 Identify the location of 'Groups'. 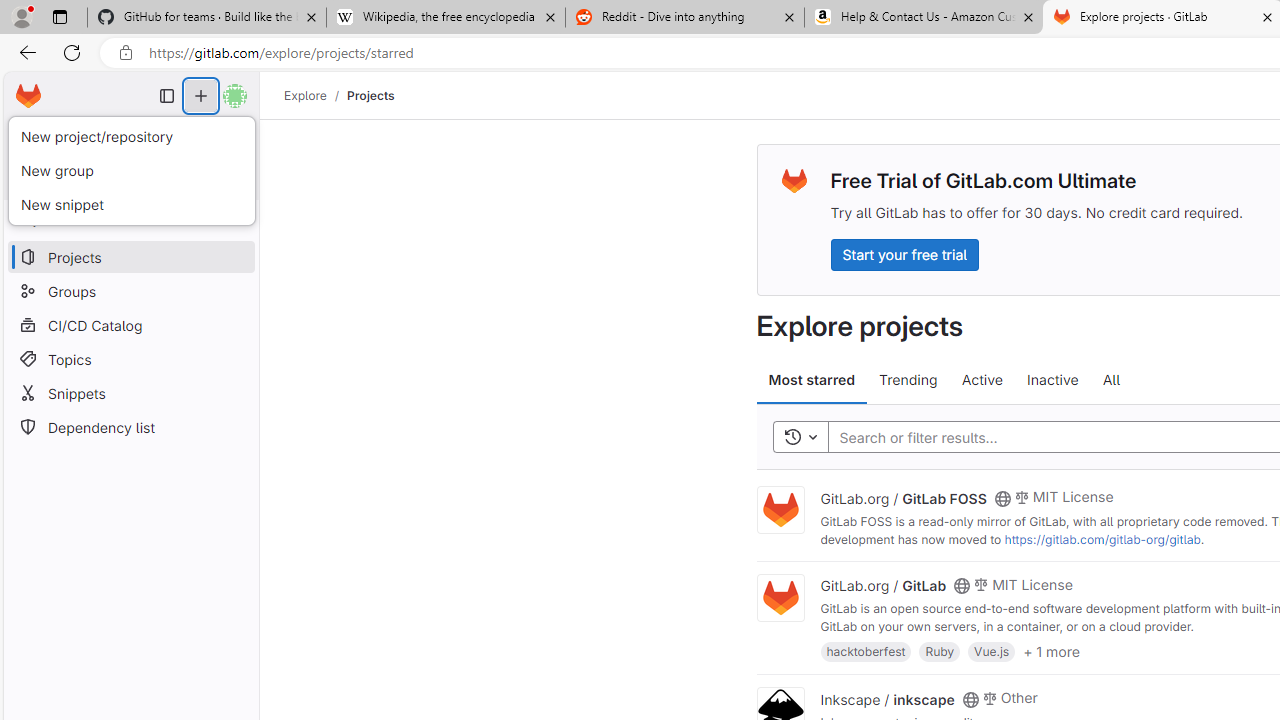
(130, 291).